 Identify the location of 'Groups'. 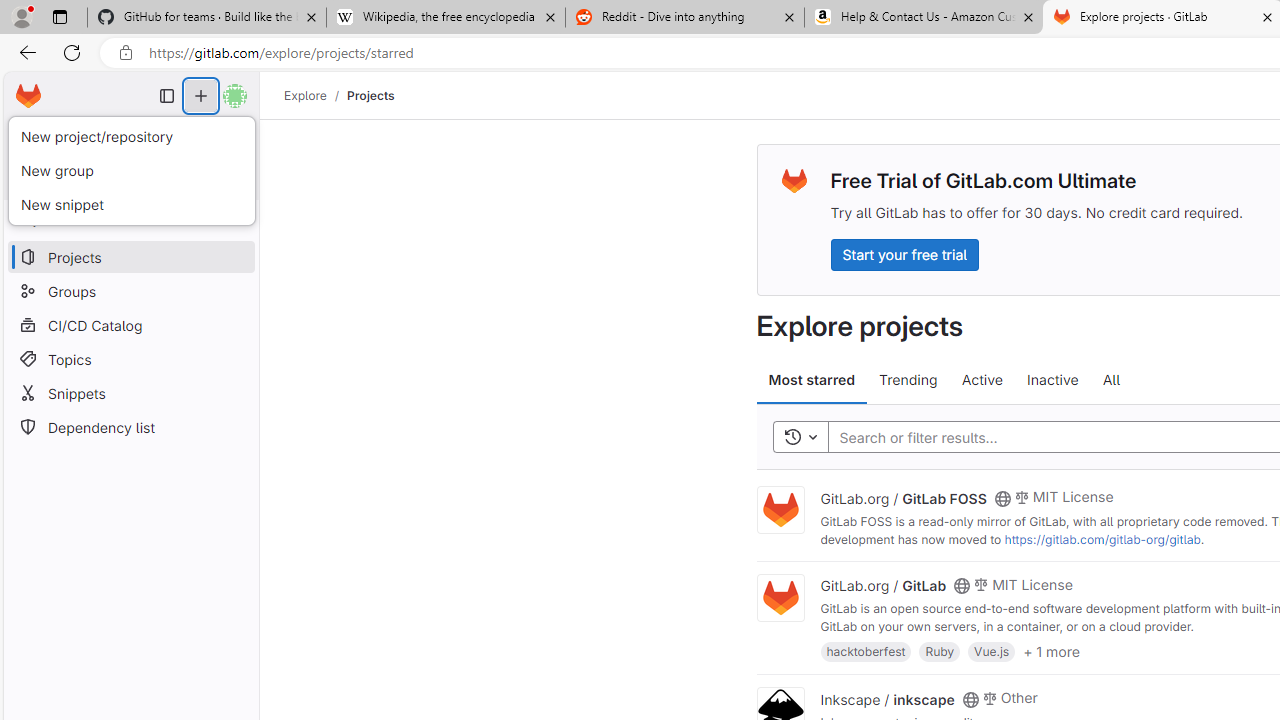
(130, 291).